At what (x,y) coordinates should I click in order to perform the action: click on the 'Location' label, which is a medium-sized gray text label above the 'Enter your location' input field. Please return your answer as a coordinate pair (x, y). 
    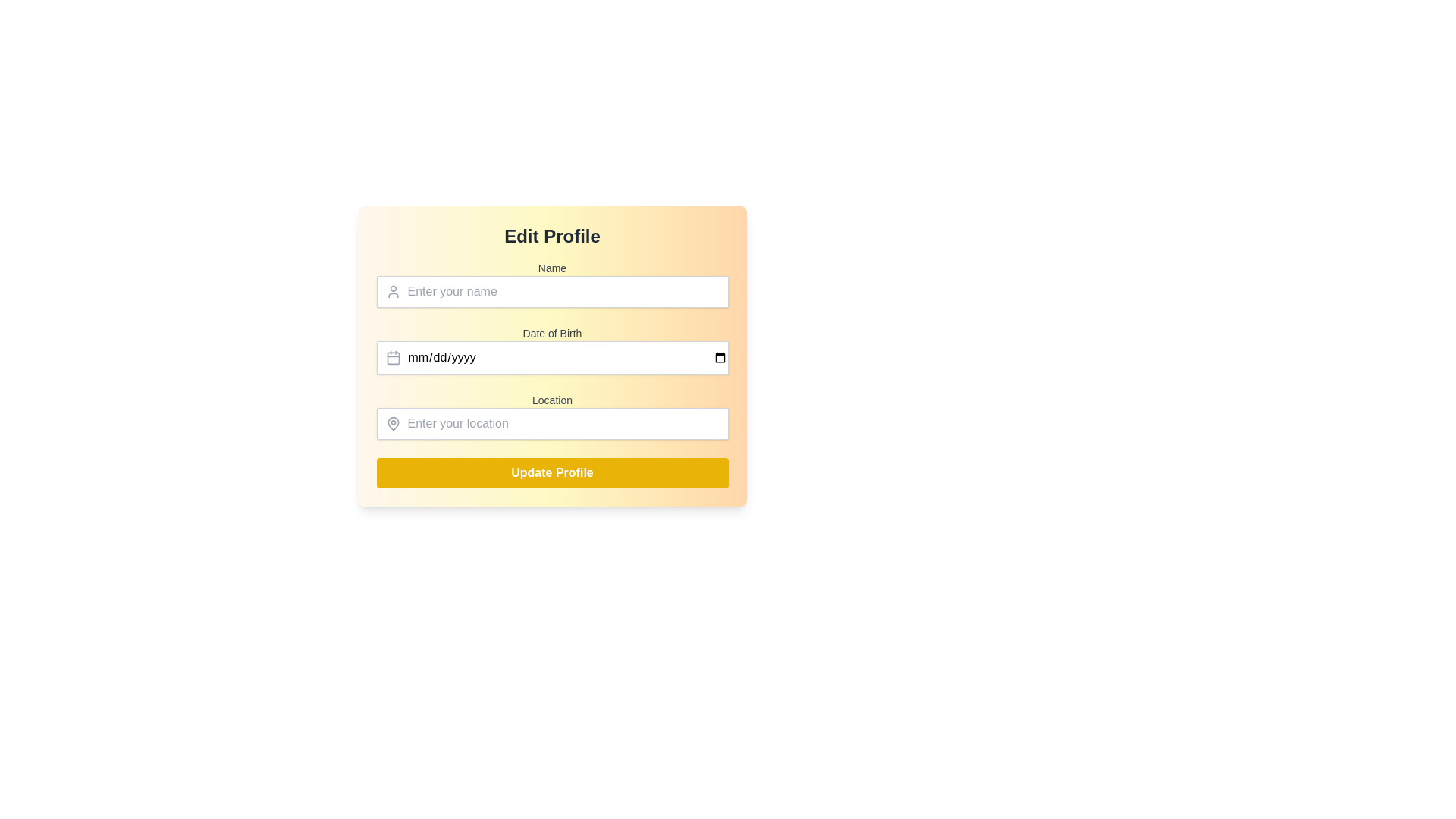
    Looking at the image, I should click on (551, 400).